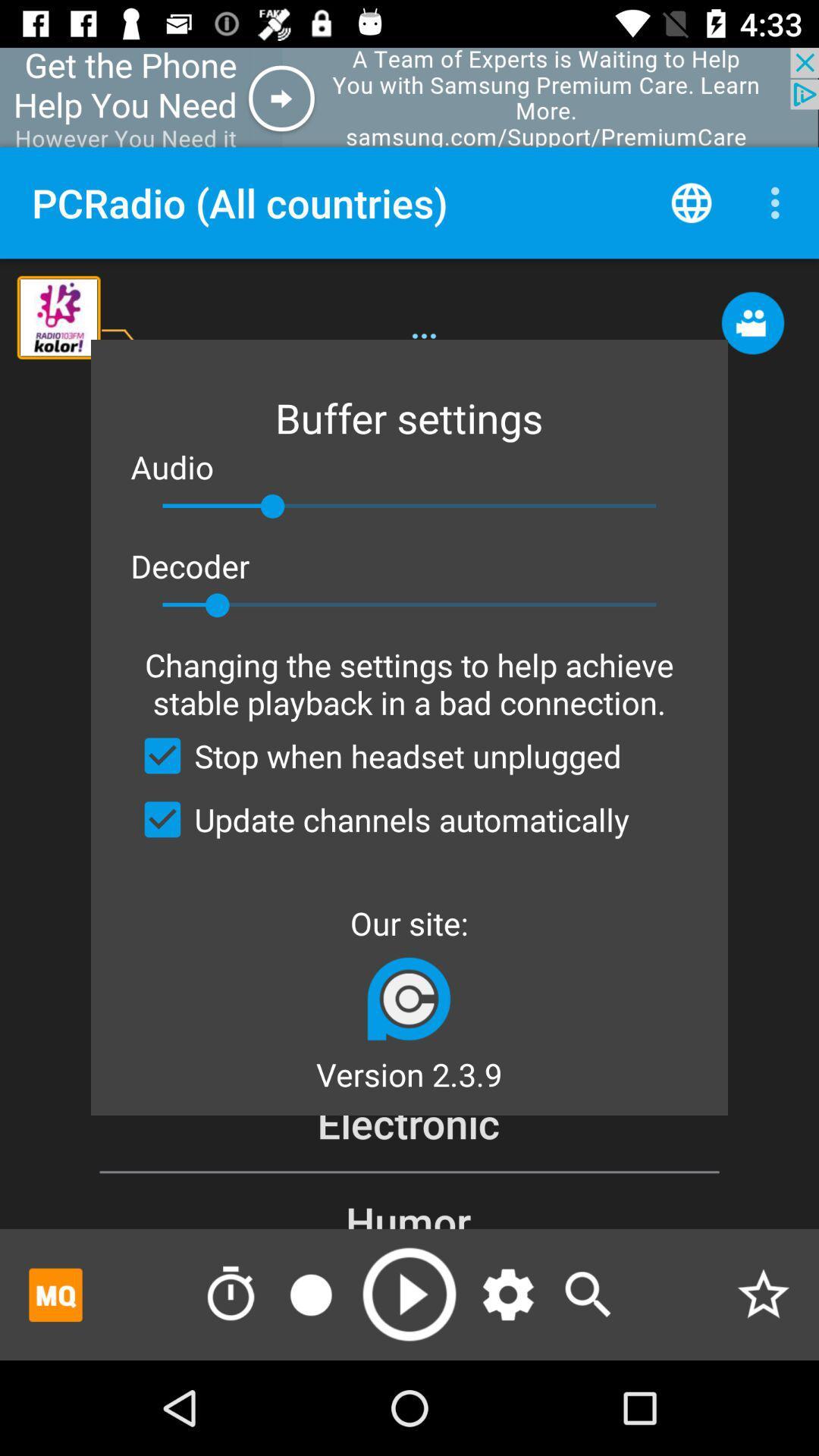 The image size is (819, 1456). I want to click on stop when headset icon, so click(375, 755).